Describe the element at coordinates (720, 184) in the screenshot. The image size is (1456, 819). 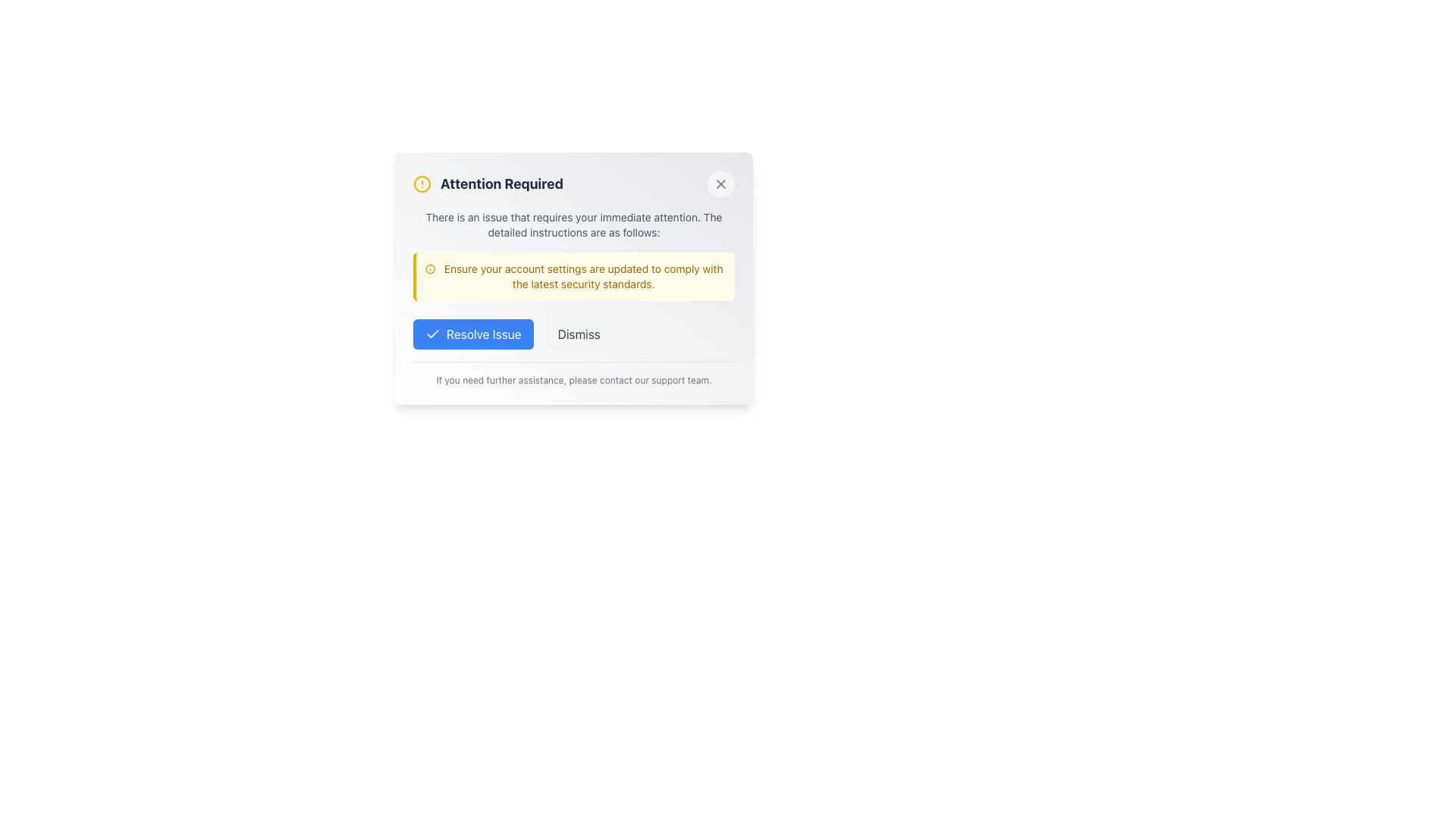
I see `the close button icon represented by a diagonal cross (X) shape, located in the top-right corner of the modal` at that location.